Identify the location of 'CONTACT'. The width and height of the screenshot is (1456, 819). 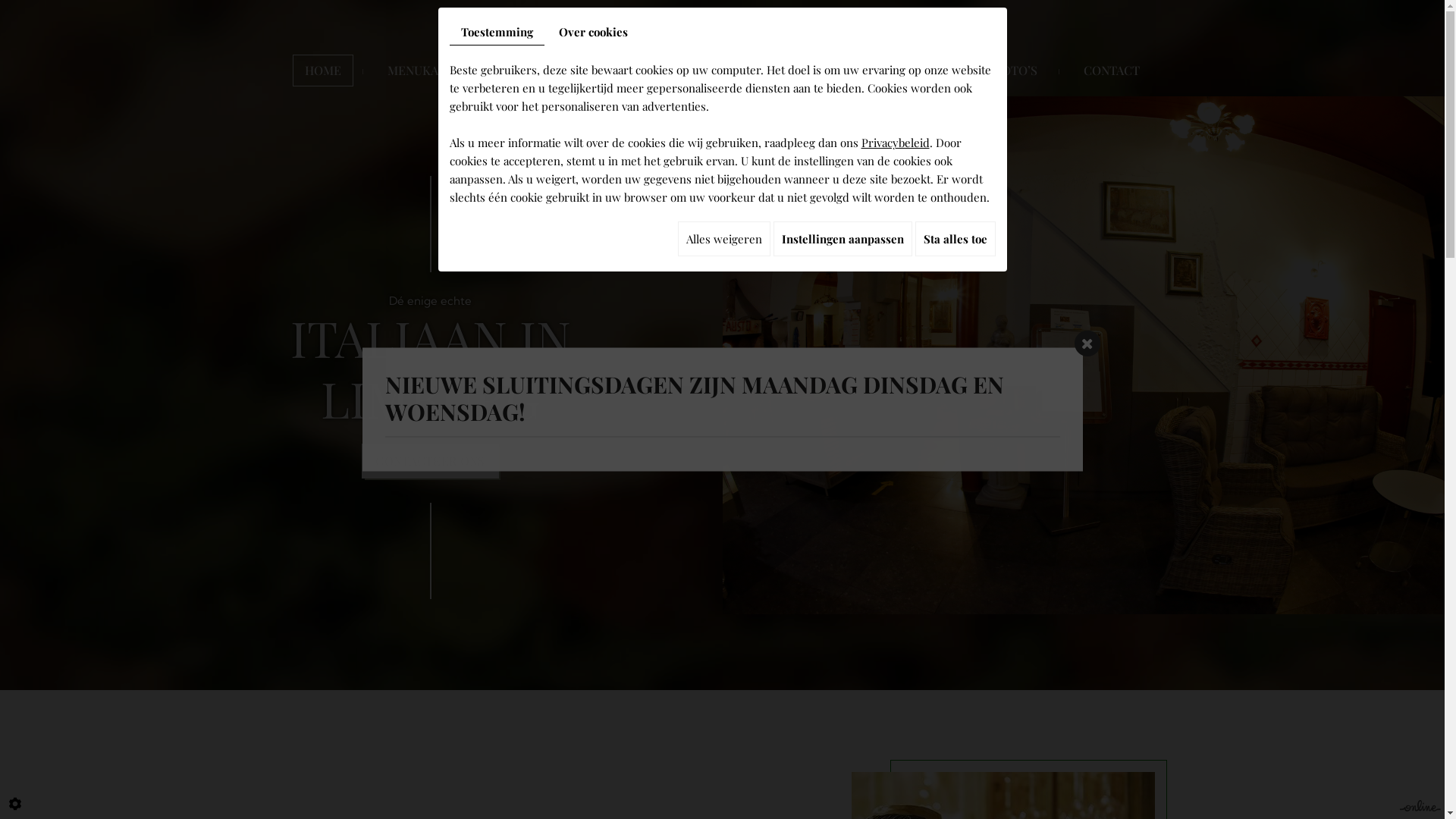
(1111, 70).